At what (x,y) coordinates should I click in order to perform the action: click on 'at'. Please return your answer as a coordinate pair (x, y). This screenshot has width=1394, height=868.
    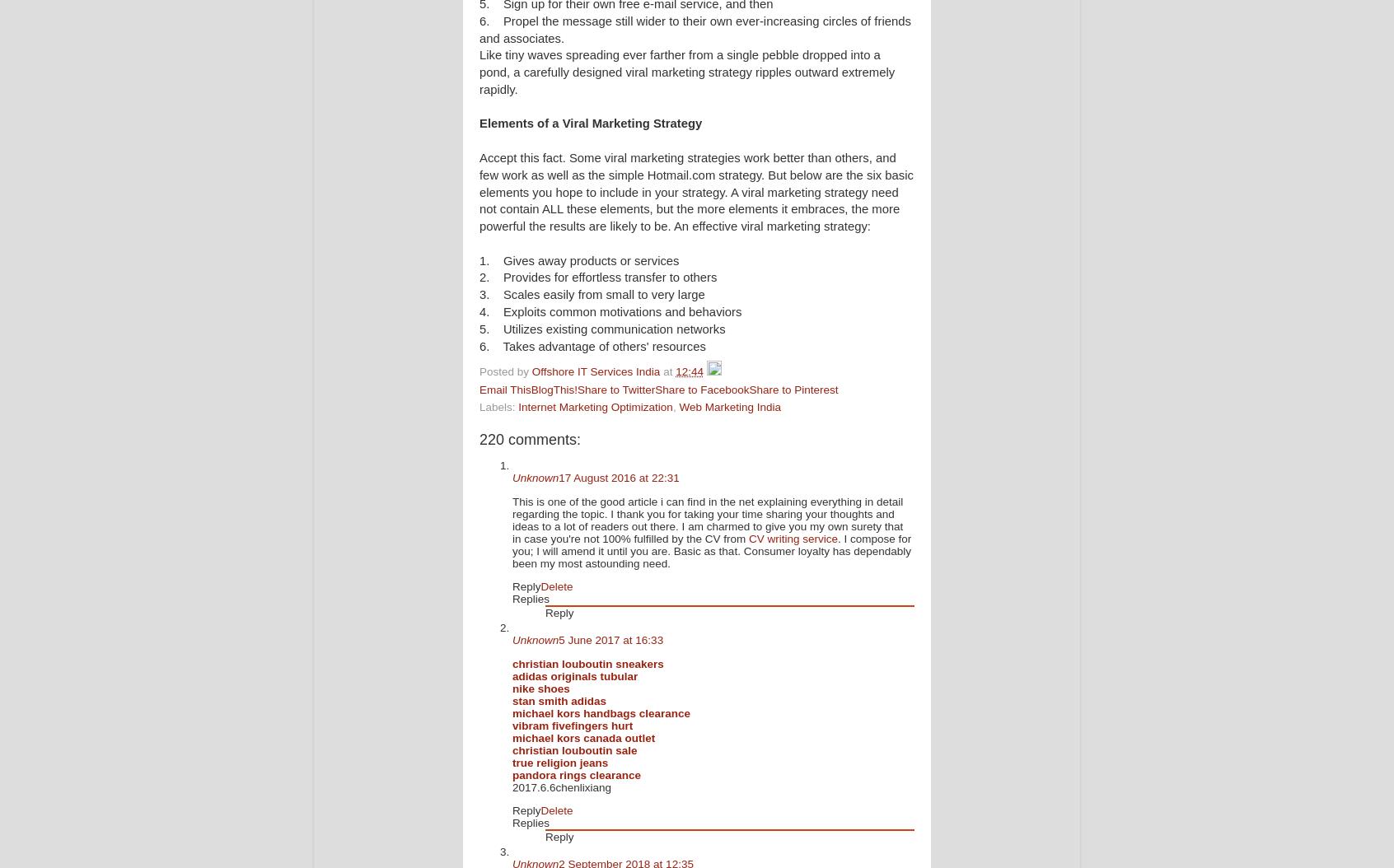
    Looking at the image, I should click on (669, 371).